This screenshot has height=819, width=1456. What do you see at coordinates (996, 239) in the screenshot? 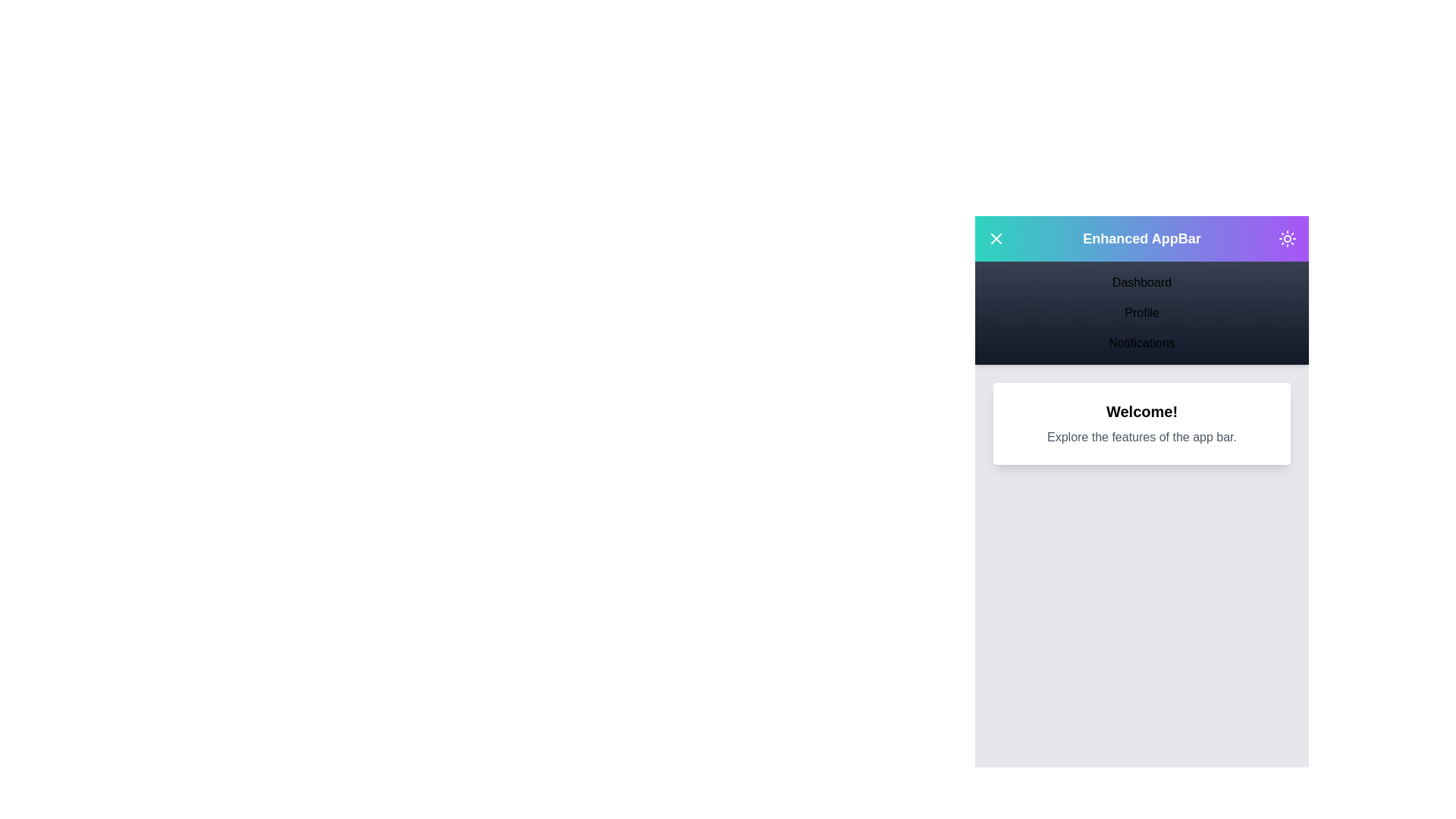
I see `the menu button to toggle the menu visibility` at bounding box center [996, 239].